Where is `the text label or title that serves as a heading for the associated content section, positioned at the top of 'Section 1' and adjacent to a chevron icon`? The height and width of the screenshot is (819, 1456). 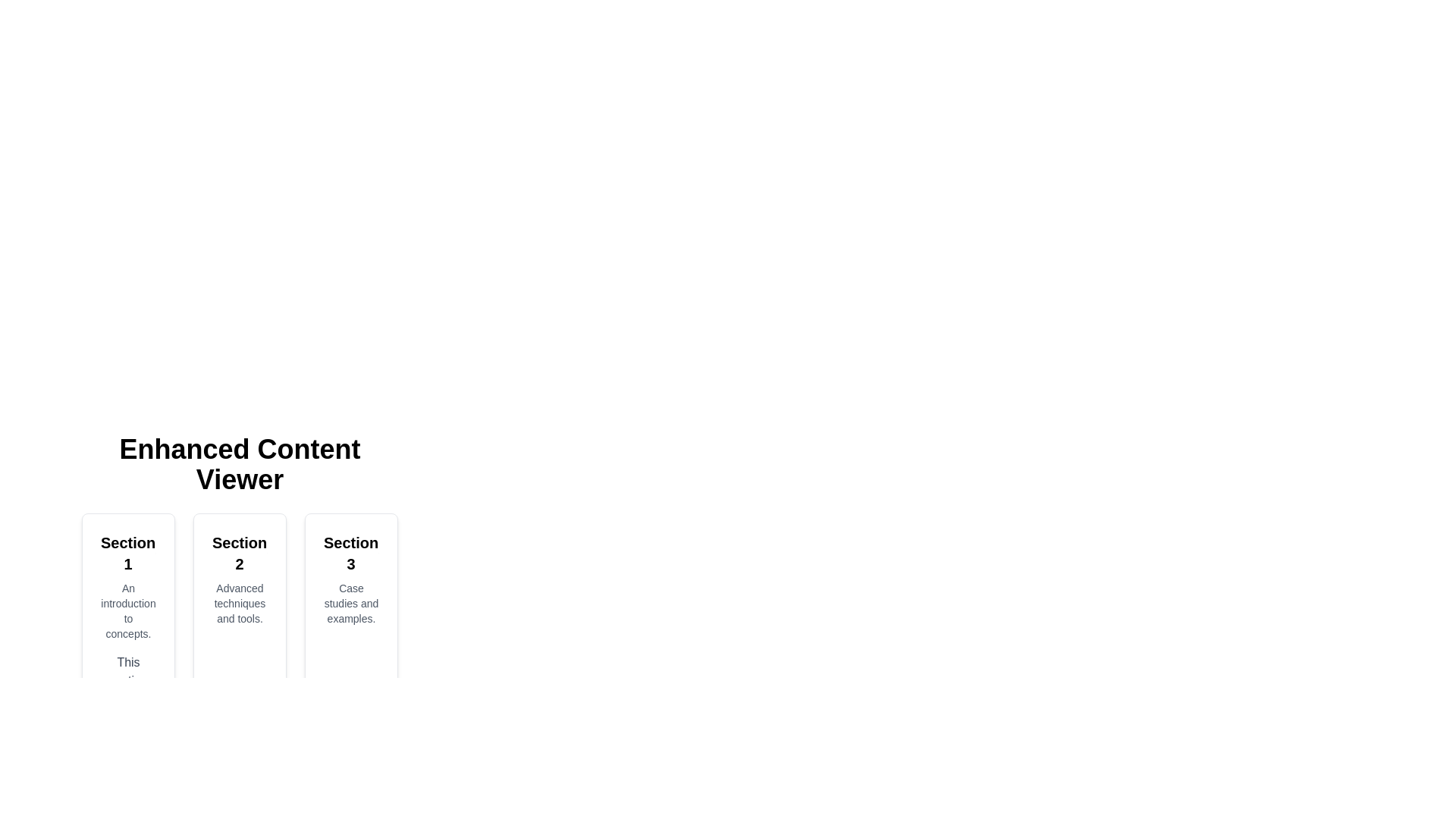
the text label or title that serves as a heading for the associated content section, positioned at the top of 'Section 1' and adjacent to a chevron icon is located at coordinates (128, 553).